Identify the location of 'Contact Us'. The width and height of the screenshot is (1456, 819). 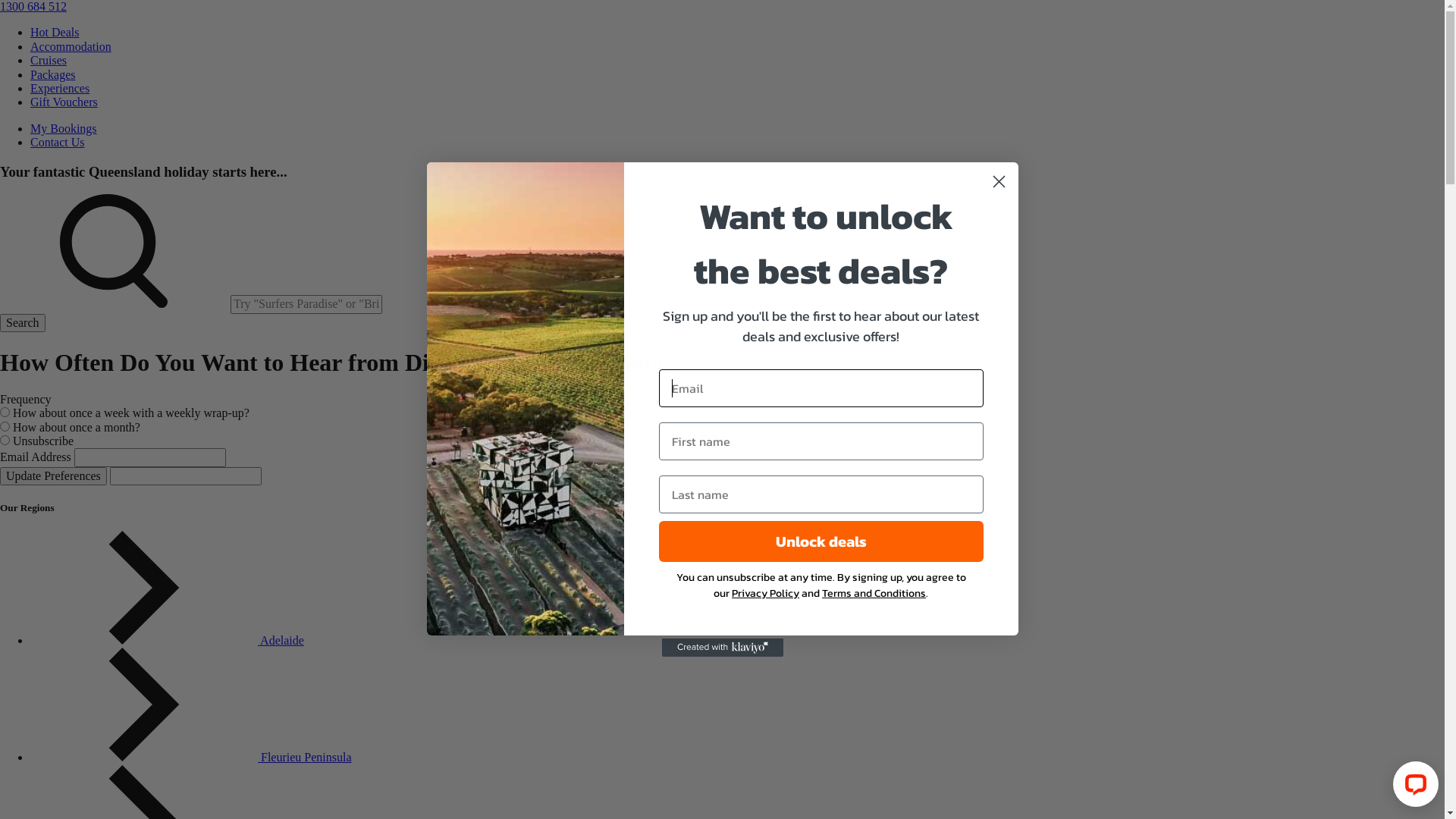
(58, 142).